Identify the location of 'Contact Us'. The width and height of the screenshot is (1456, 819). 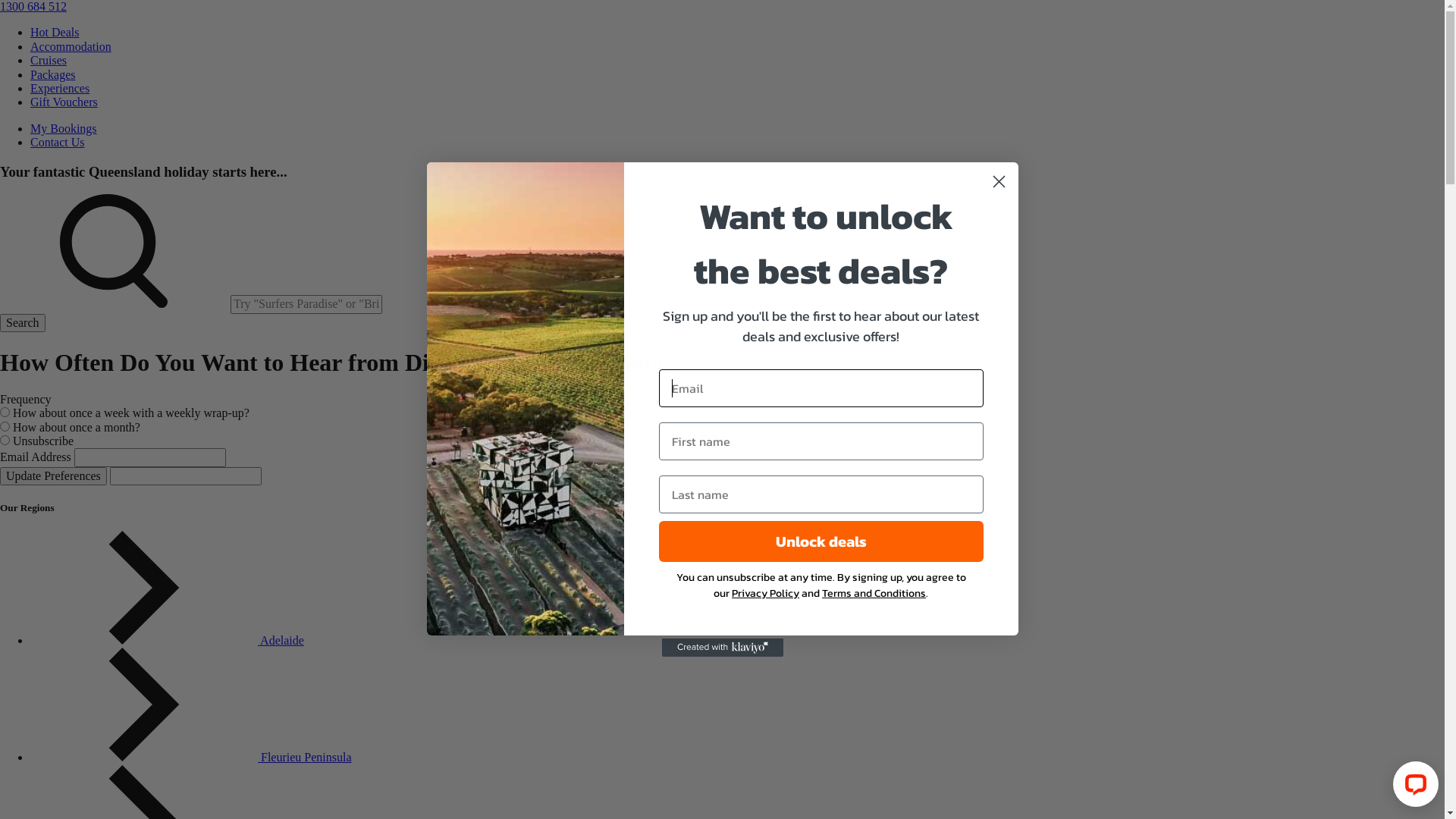
(58, 142).